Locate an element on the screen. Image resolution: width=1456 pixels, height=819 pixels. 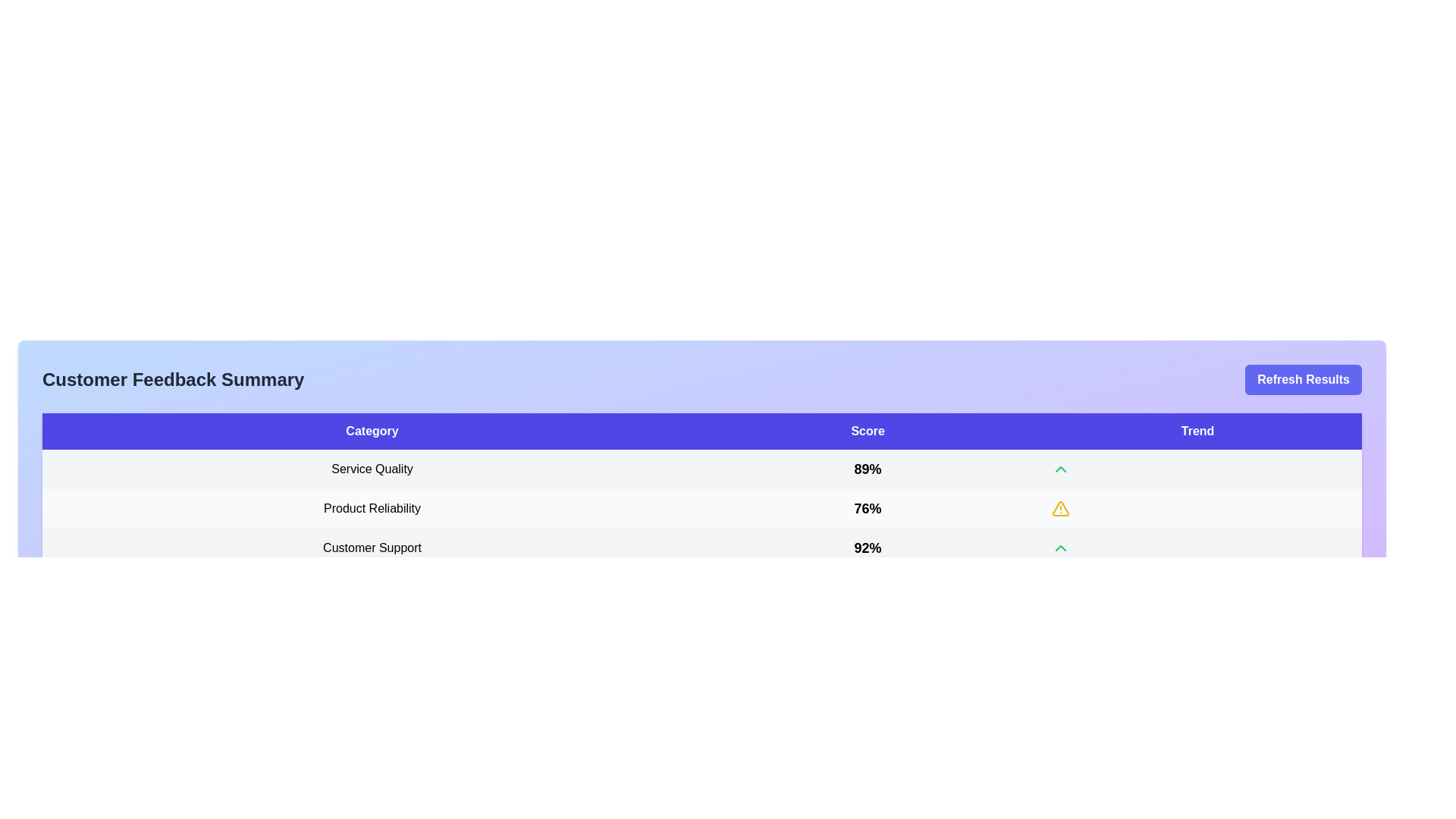
the row corresponding to Product Reliability to highlight it is located at coordinates (701, 509).